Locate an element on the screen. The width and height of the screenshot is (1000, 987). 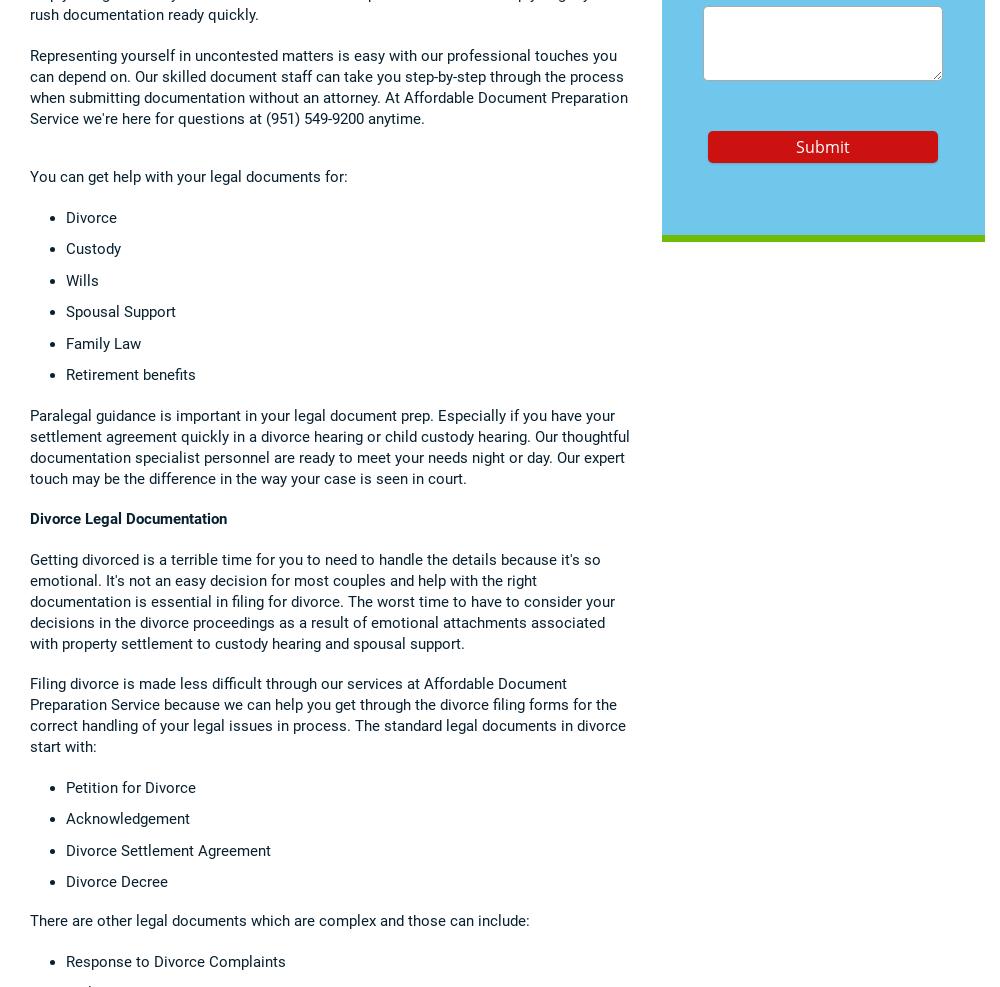
'Response to Divorce Complaints' is located at coordinates (176, 961).